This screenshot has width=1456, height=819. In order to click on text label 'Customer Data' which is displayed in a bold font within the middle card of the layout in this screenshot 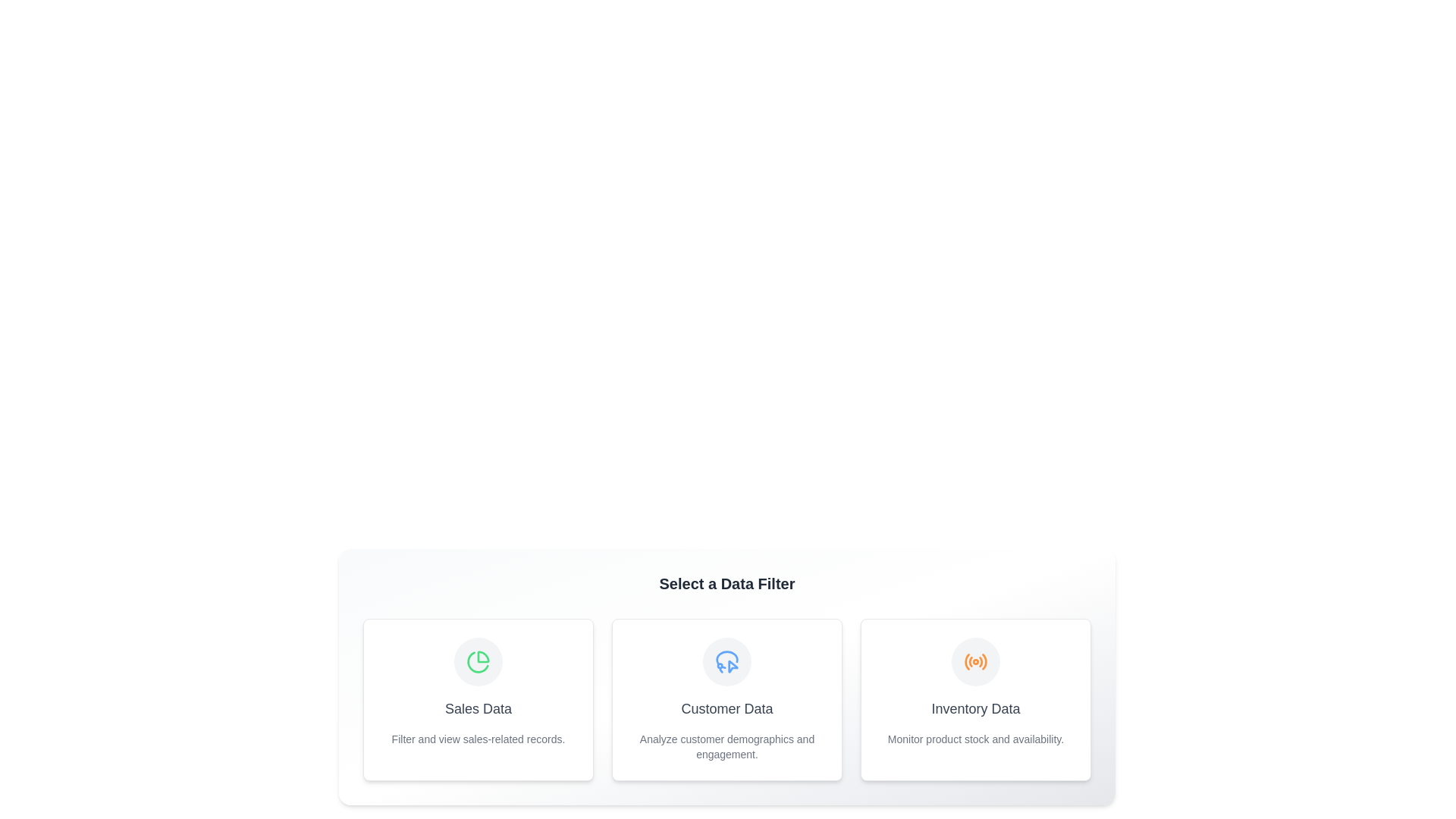, I will do `click(726, 708)`.